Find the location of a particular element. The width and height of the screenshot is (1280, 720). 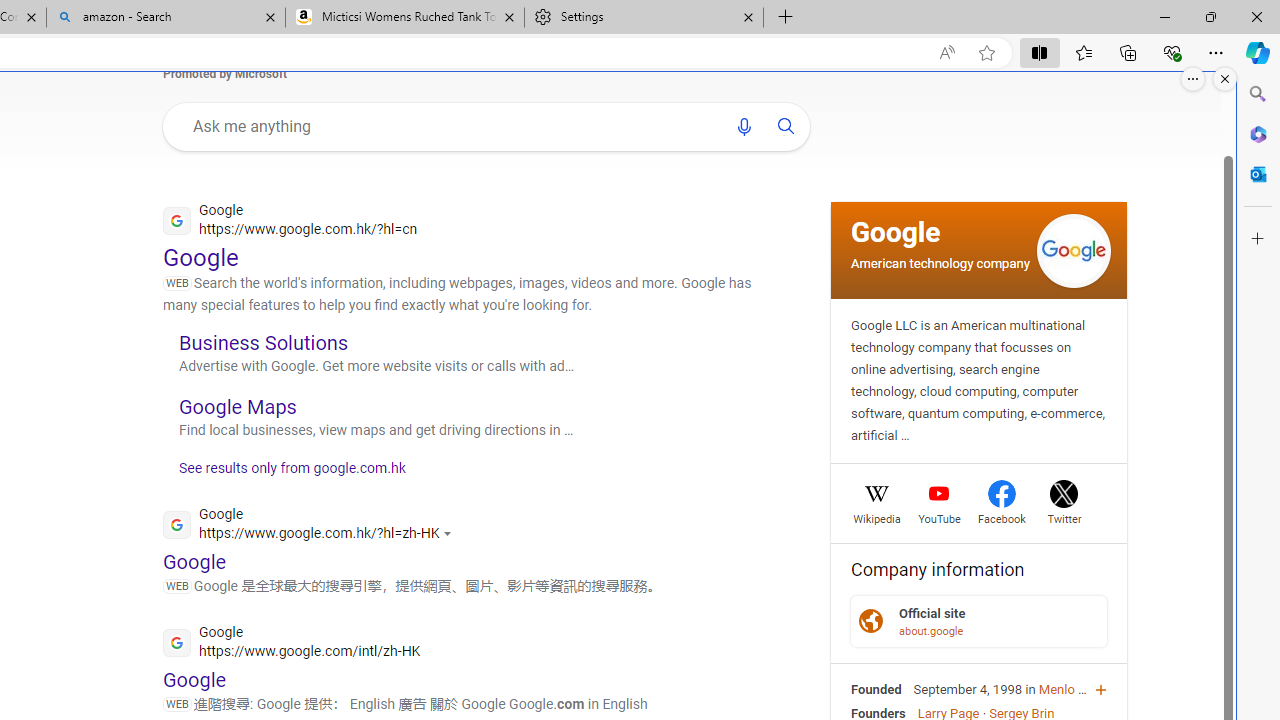

'Ask me anything' is located at coordinates (448, 126).